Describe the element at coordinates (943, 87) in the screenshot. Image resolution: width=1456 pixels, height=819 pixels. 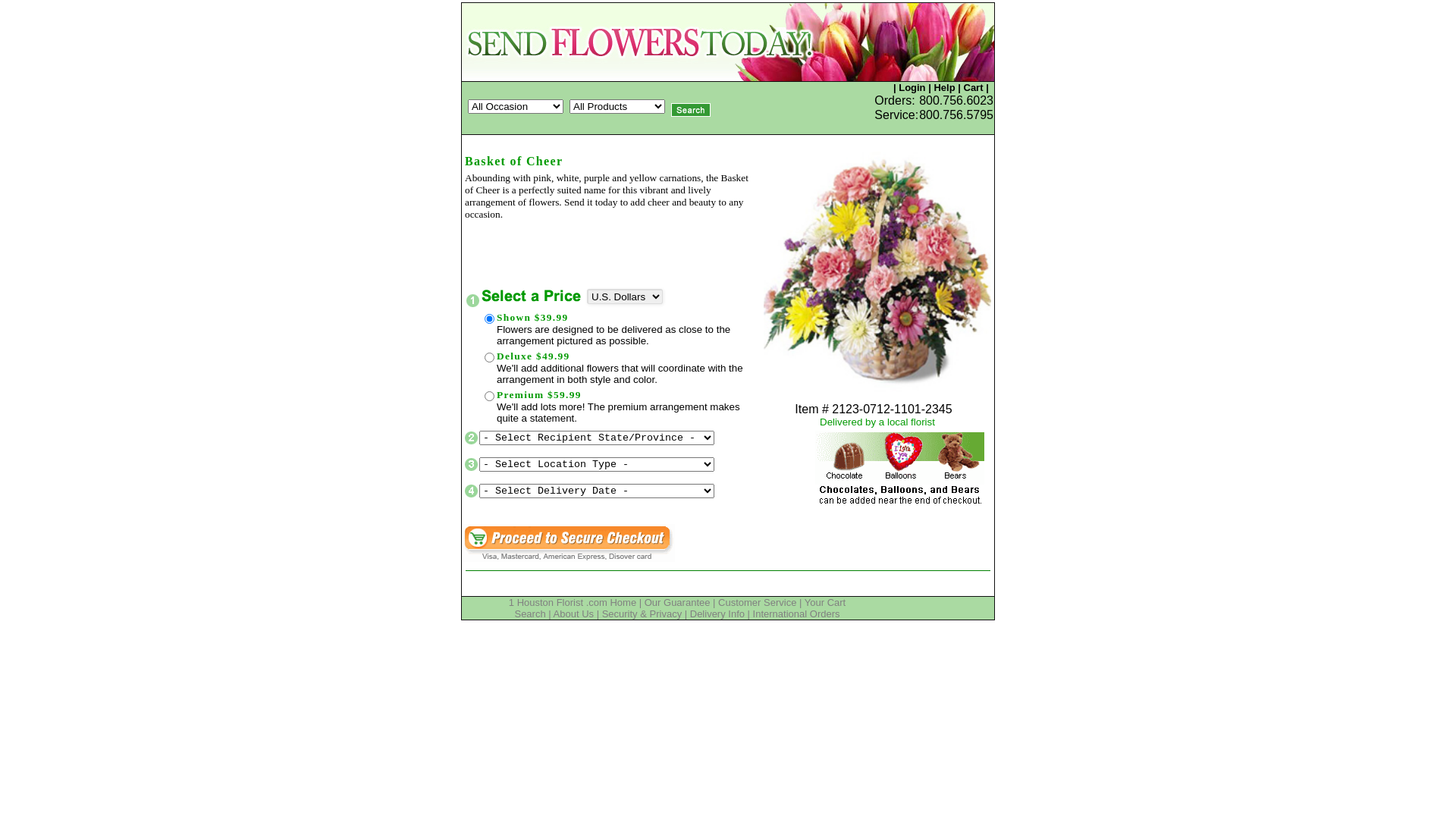
I see `'Help'` at that location.